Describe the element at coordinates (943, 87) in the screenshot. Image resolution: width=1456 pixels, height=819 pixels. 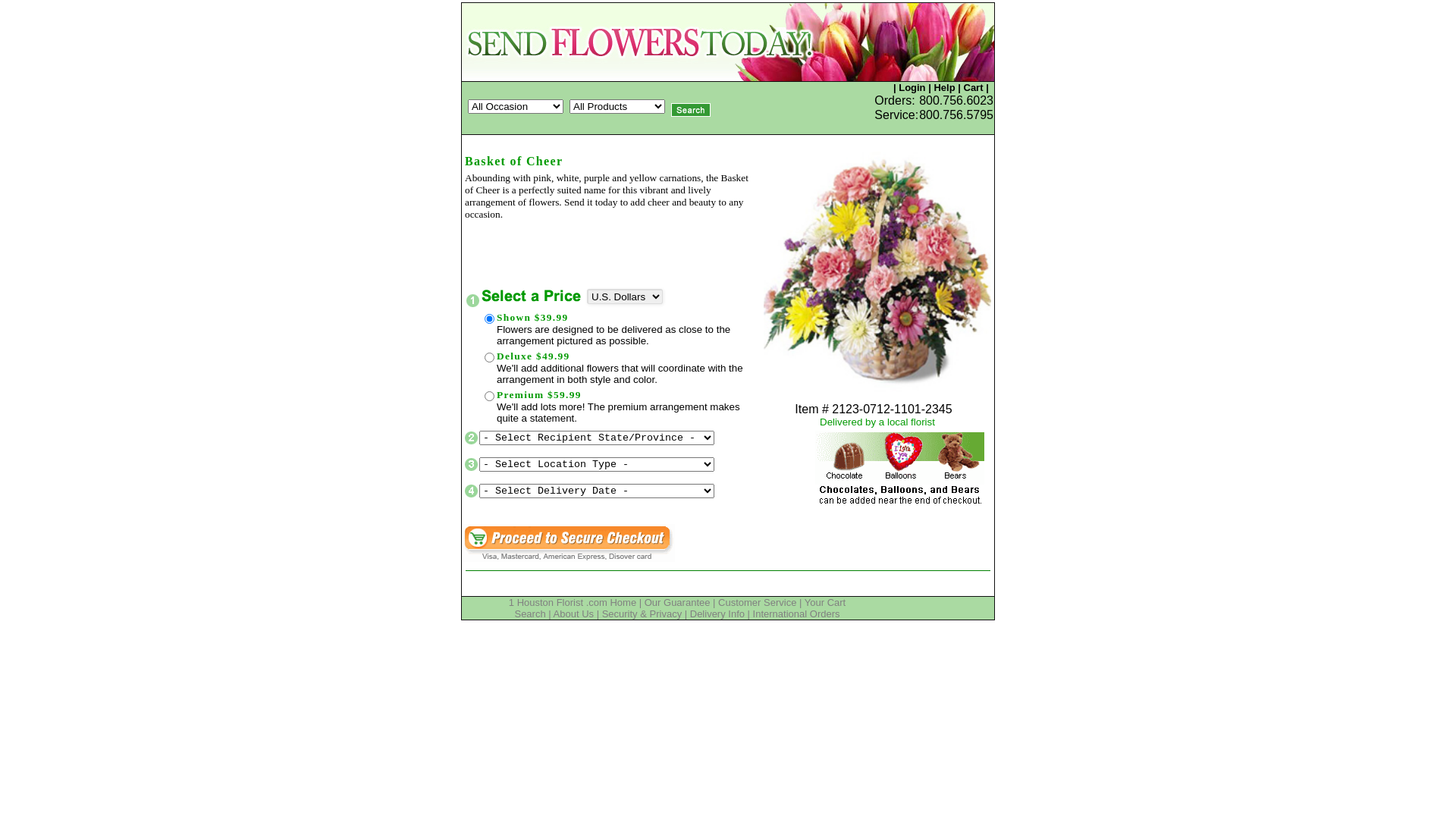
I see `'Help'` at that location.